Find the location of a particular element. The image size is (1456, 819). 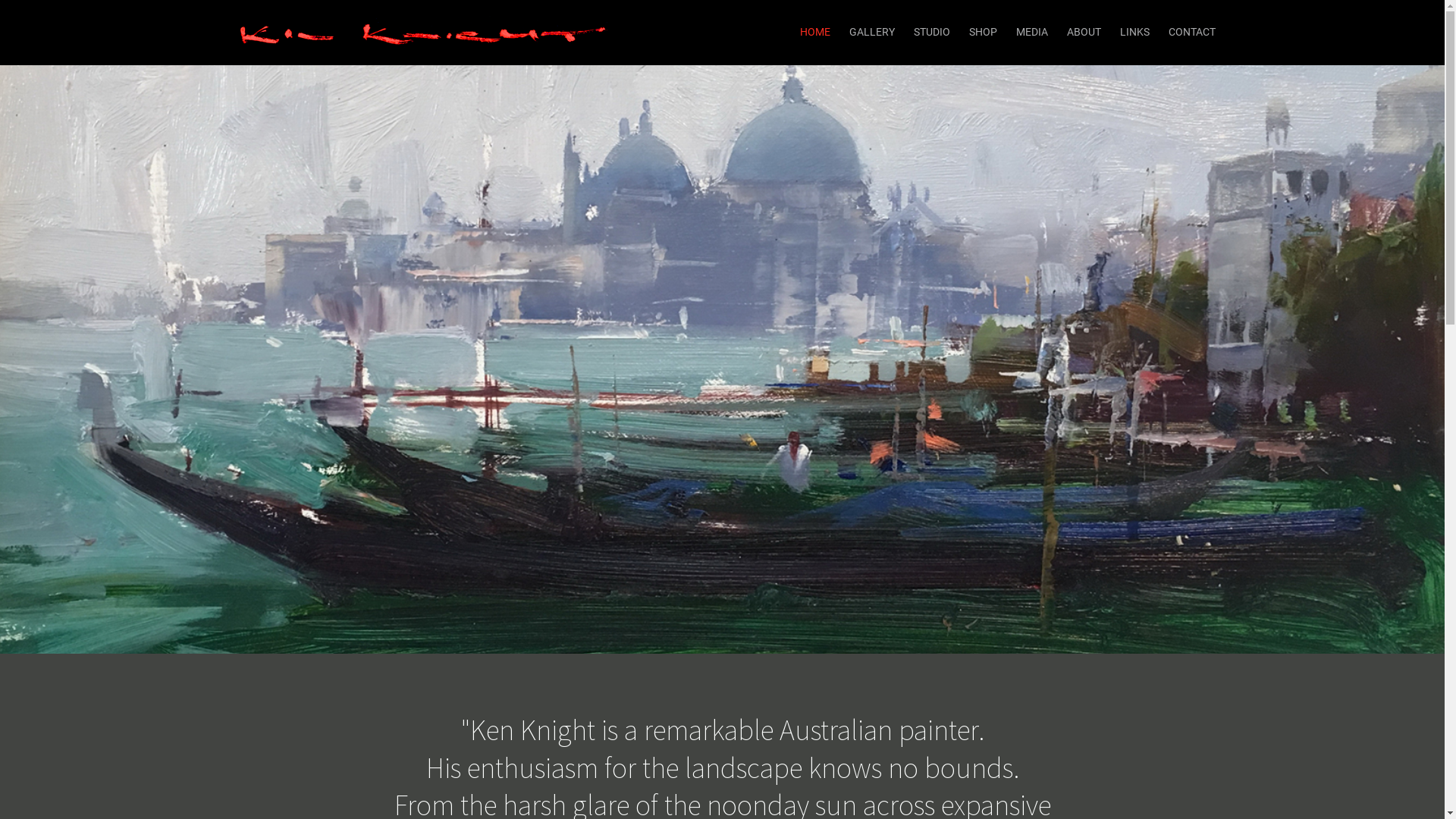

'LINKS' is located at coordinates (1134, 32).